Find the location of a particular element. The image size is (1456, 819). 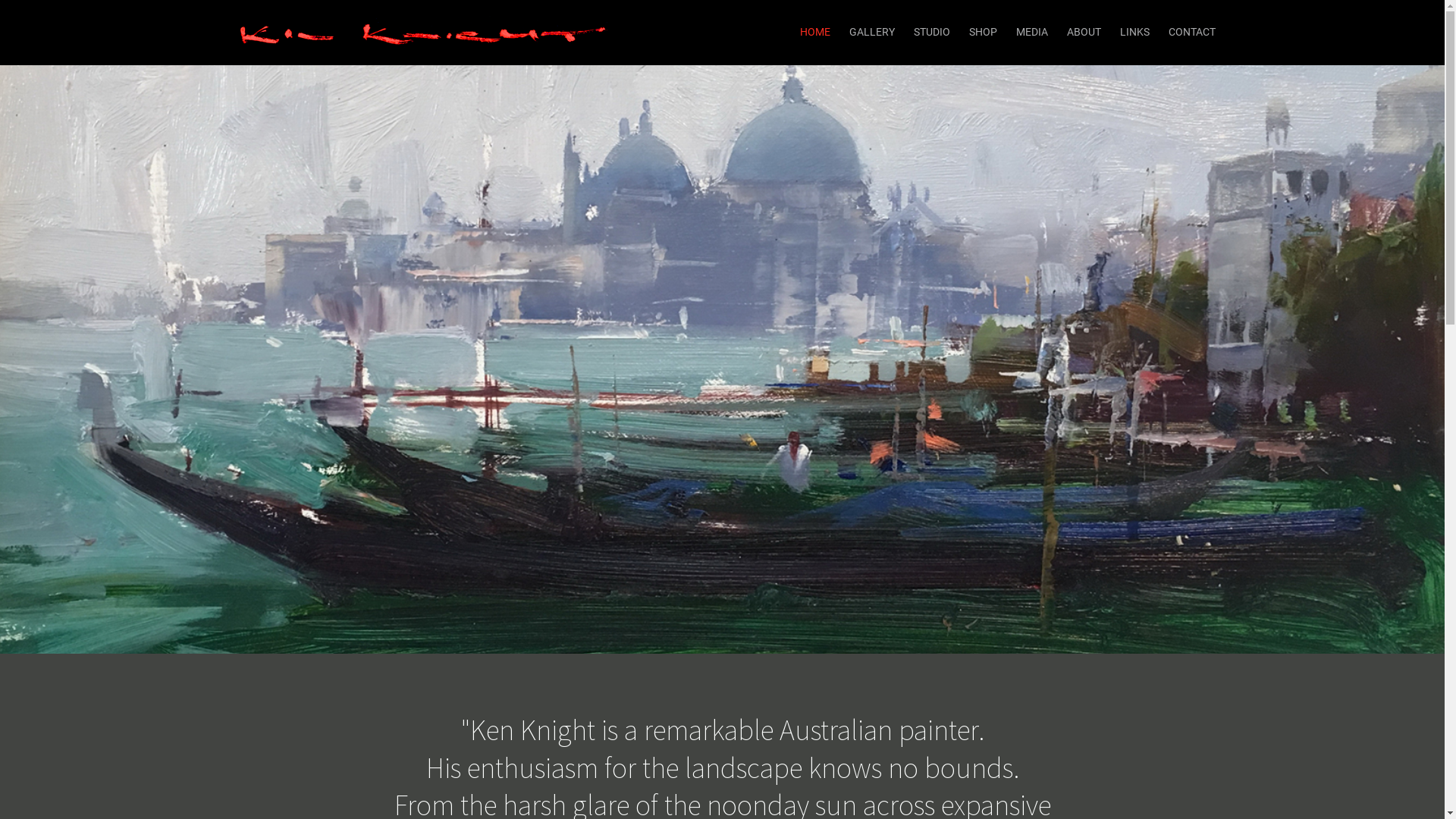

'LINKS' is located at coordinates (1134, 32).